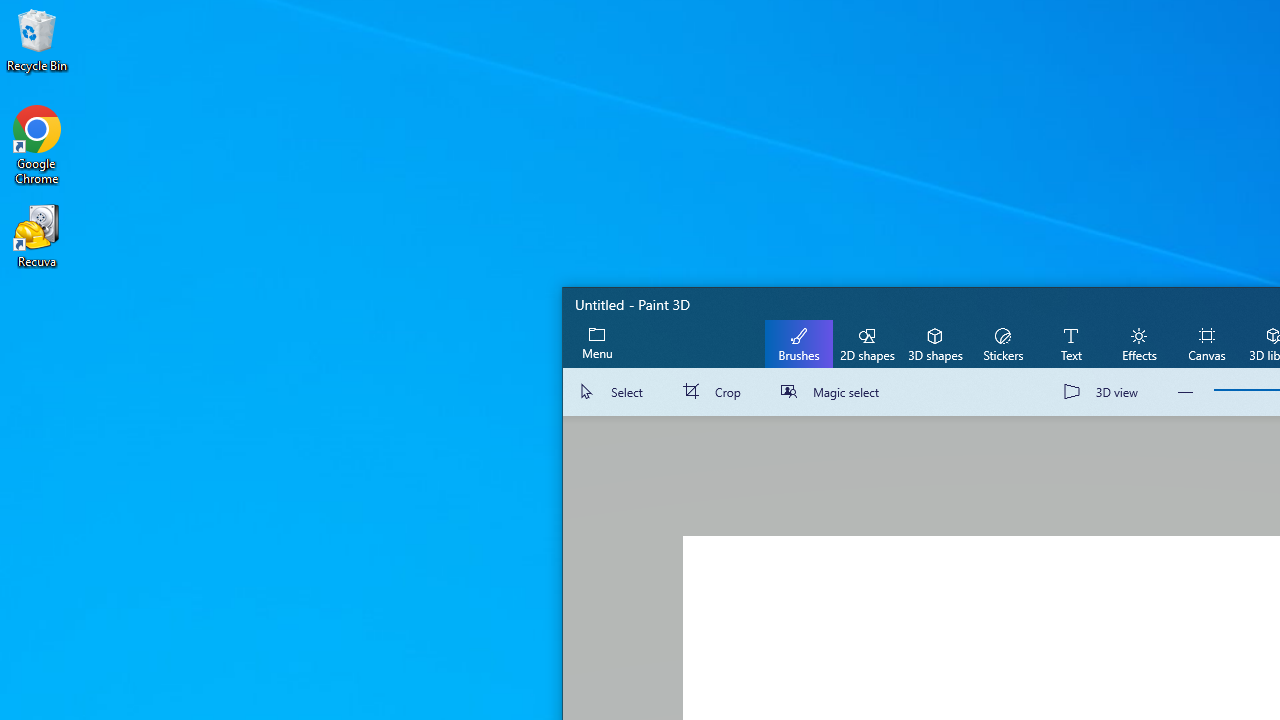  What do you see at coordinates (1002, 342) in the screenshot?
I see `'Stickers'` at bounding box center [1002, 342].